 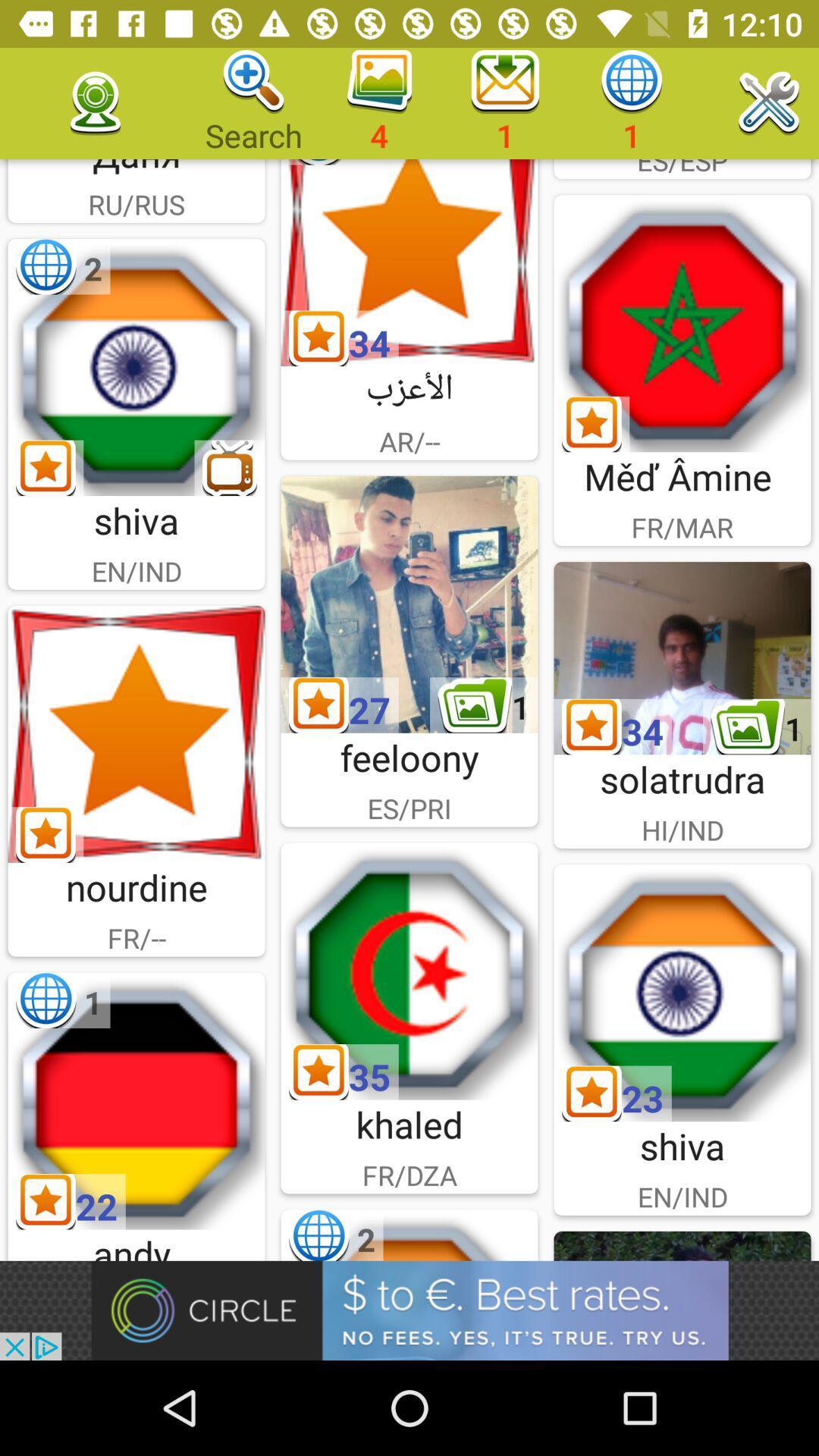 What do you see at coordinates (136, 367) in the screenshot?
I see `indian flag` at bounding box center [136, 367].